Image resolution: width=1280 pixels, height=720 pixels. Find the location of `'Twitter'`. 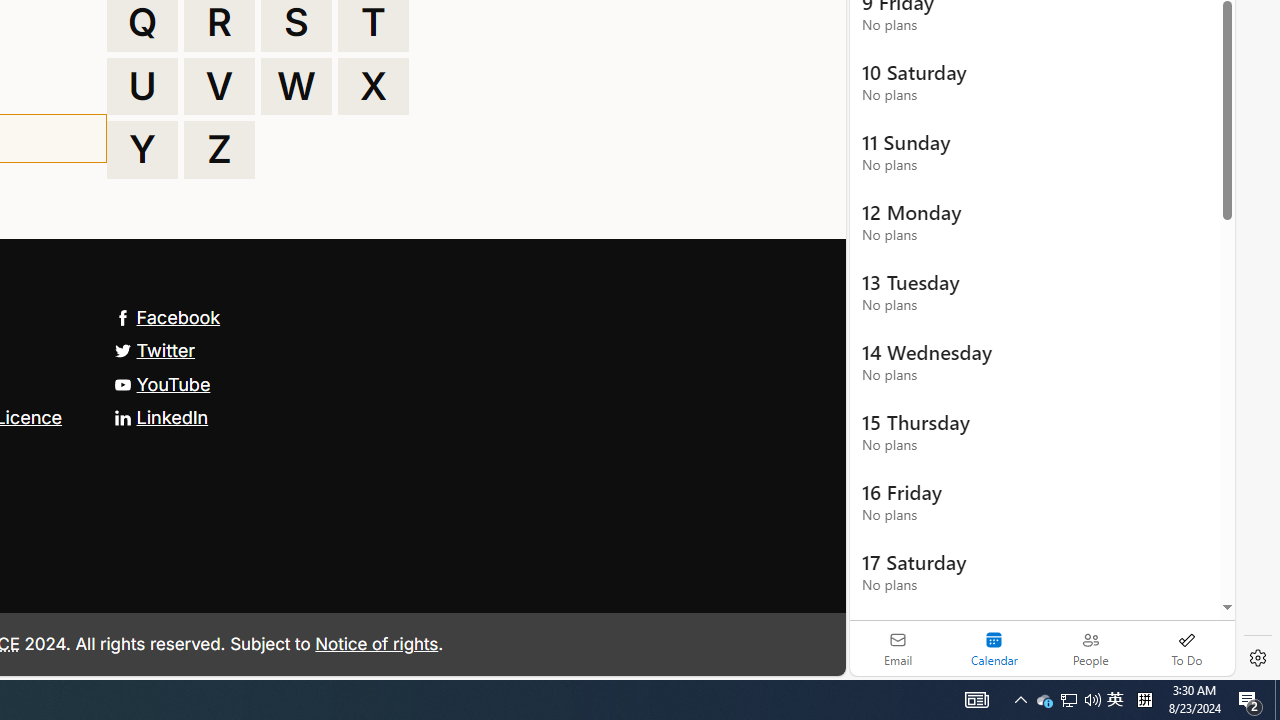

'Twitter' is located at coordinates (153, 350).